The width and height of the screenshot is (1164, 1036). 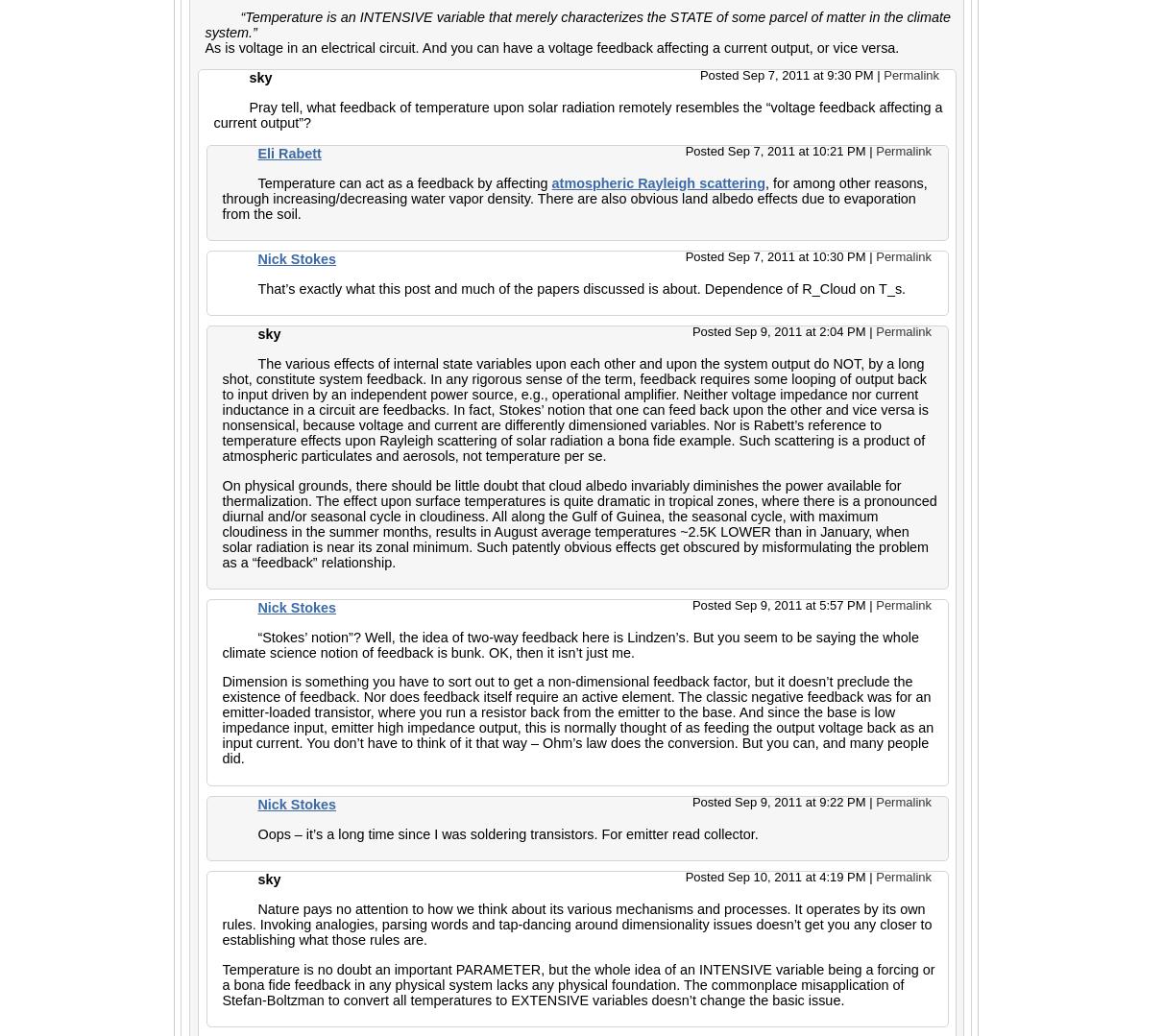 I want to click on 'Temperature is no doubt an important PARAMETER, but the whole idea of an INTENSIVE variable being a forcing or a bona fide feedback in any physical system lacks any physical foundation. The commonplace misapplication of Stefan-Boltzman to convert all temperatures to EXTENSIVE variables doesn’t change the basic issue.', so click(x=578, y=984).